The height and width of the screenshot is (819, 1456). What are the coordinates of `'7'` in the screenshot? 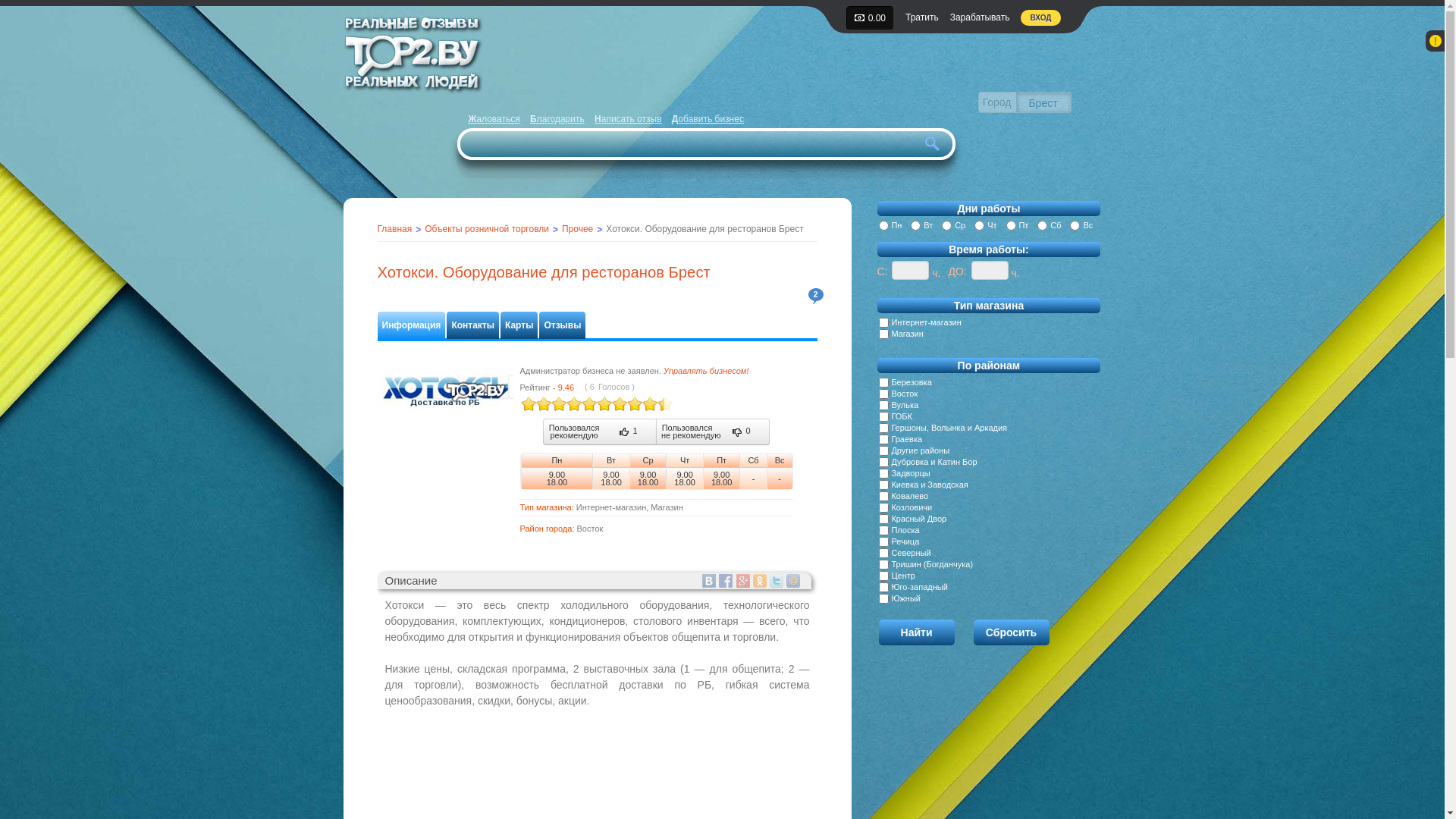 It's located at (573, 403).